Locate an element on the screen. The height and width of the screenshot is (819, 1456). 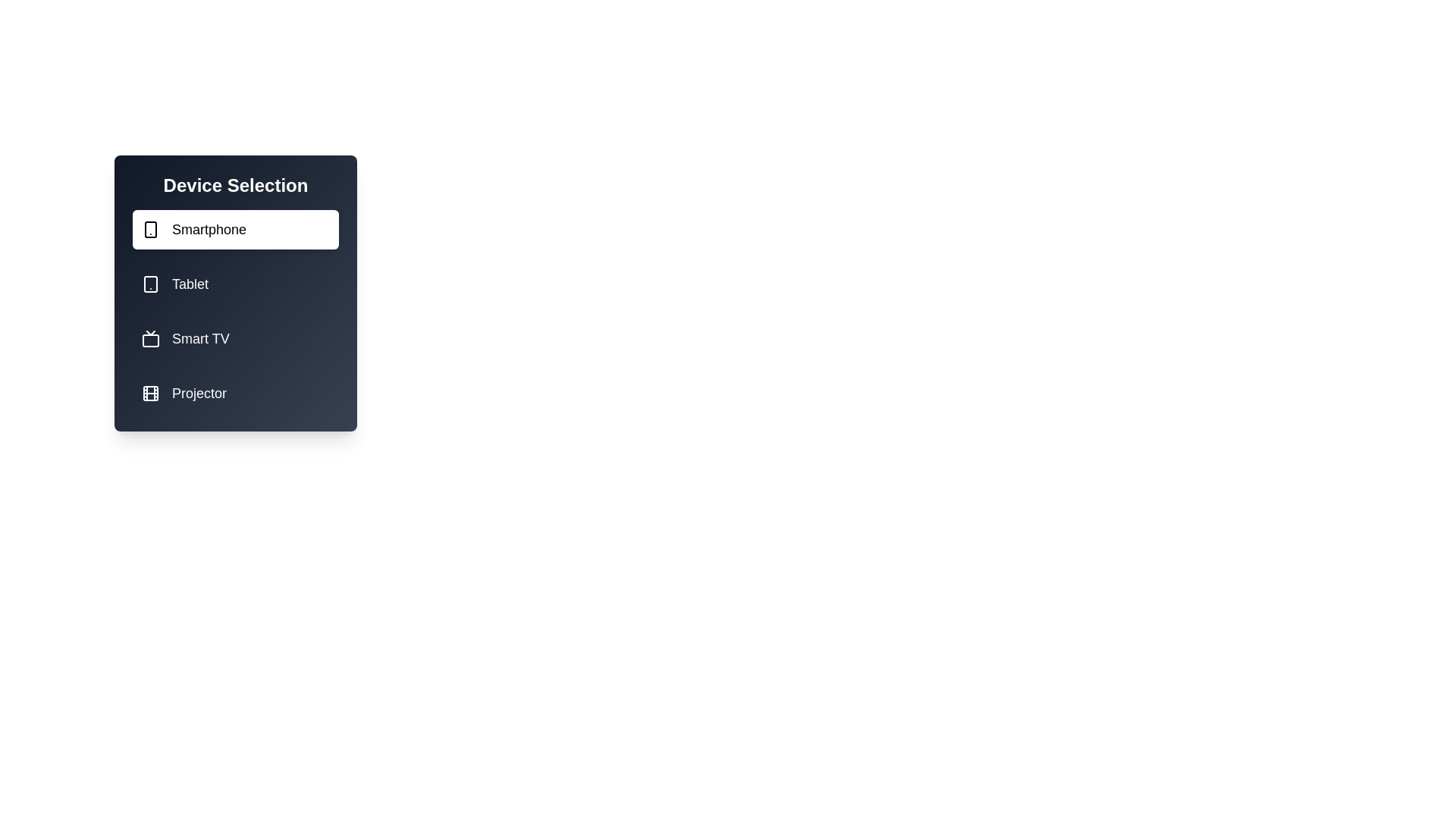
the device corresponding to Tablet by clicking on its icon or label is located at coordinates (235, 284).